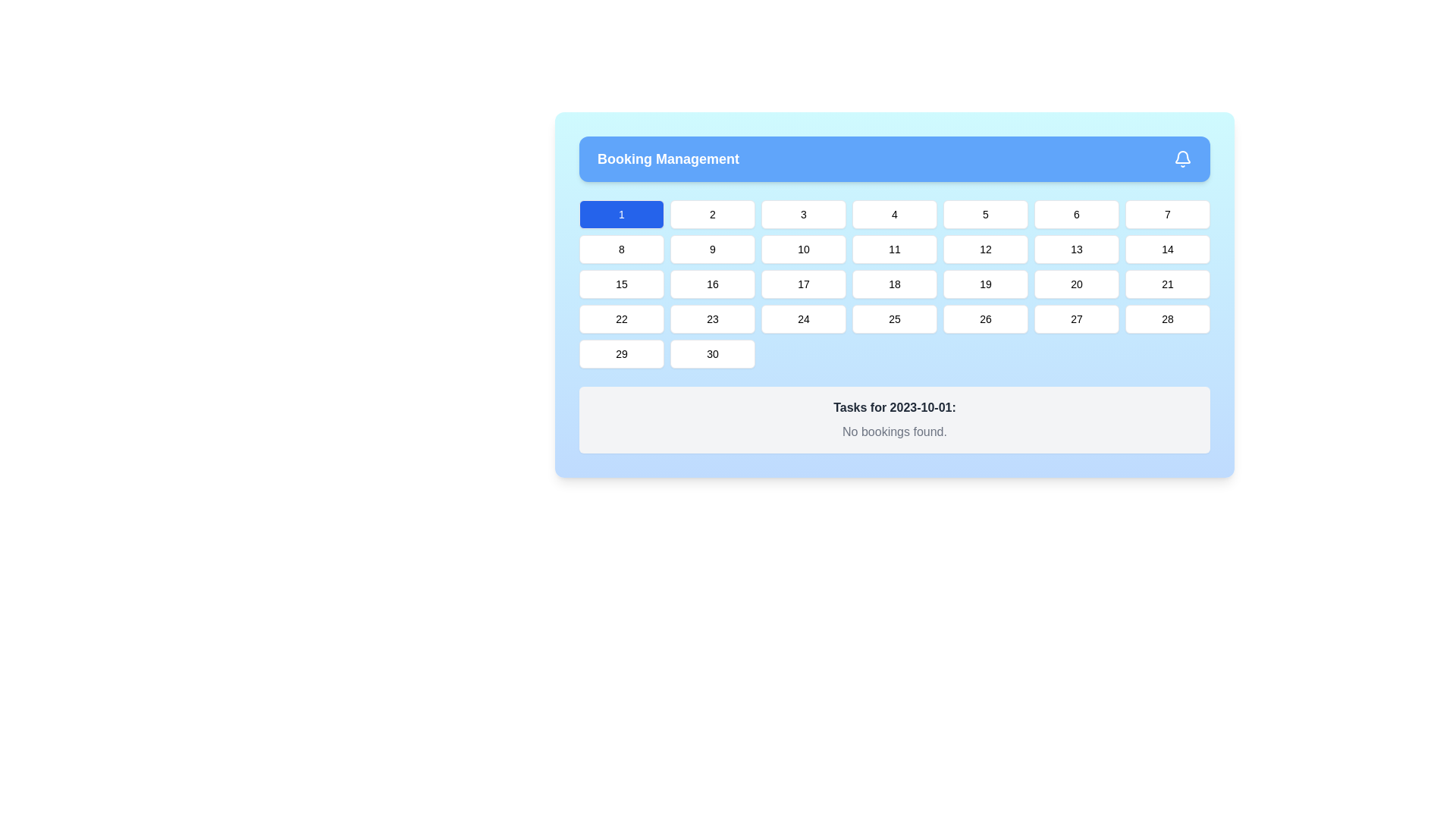 This screenshot has height=819, width=1456. I want to click on the button labeled '24', which is a rectangular button with rounded corners, white background, and a light shadow effect, located in the fourth row and fourth column of a grid layout, so click(803, 318).